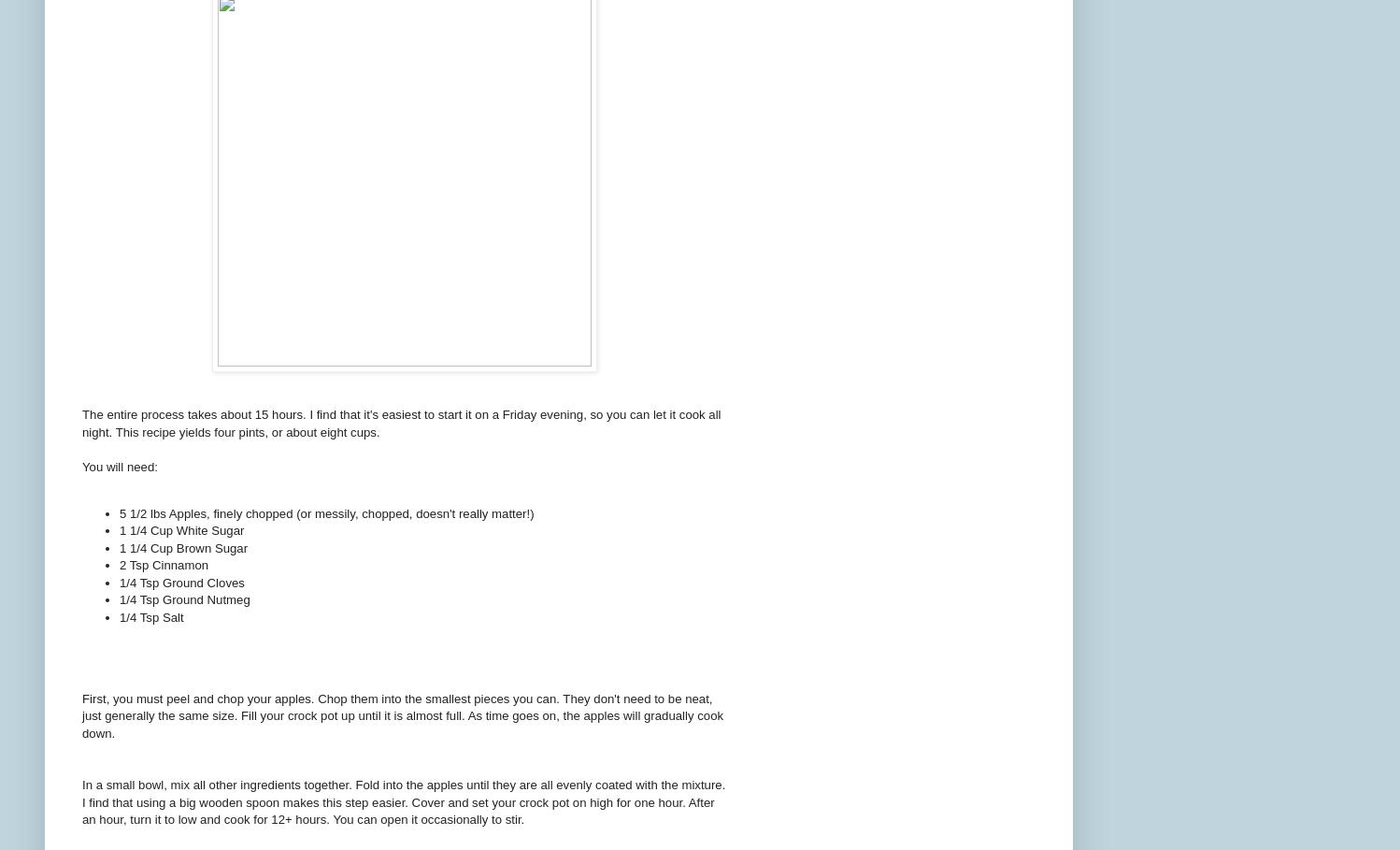 The width and height of the screenshot is (1400, 850). What do you see at coordinates (163, 565) in the screenshot?
I see `'2 Tsp Cinnamon'` at bounding box center [163, 565].